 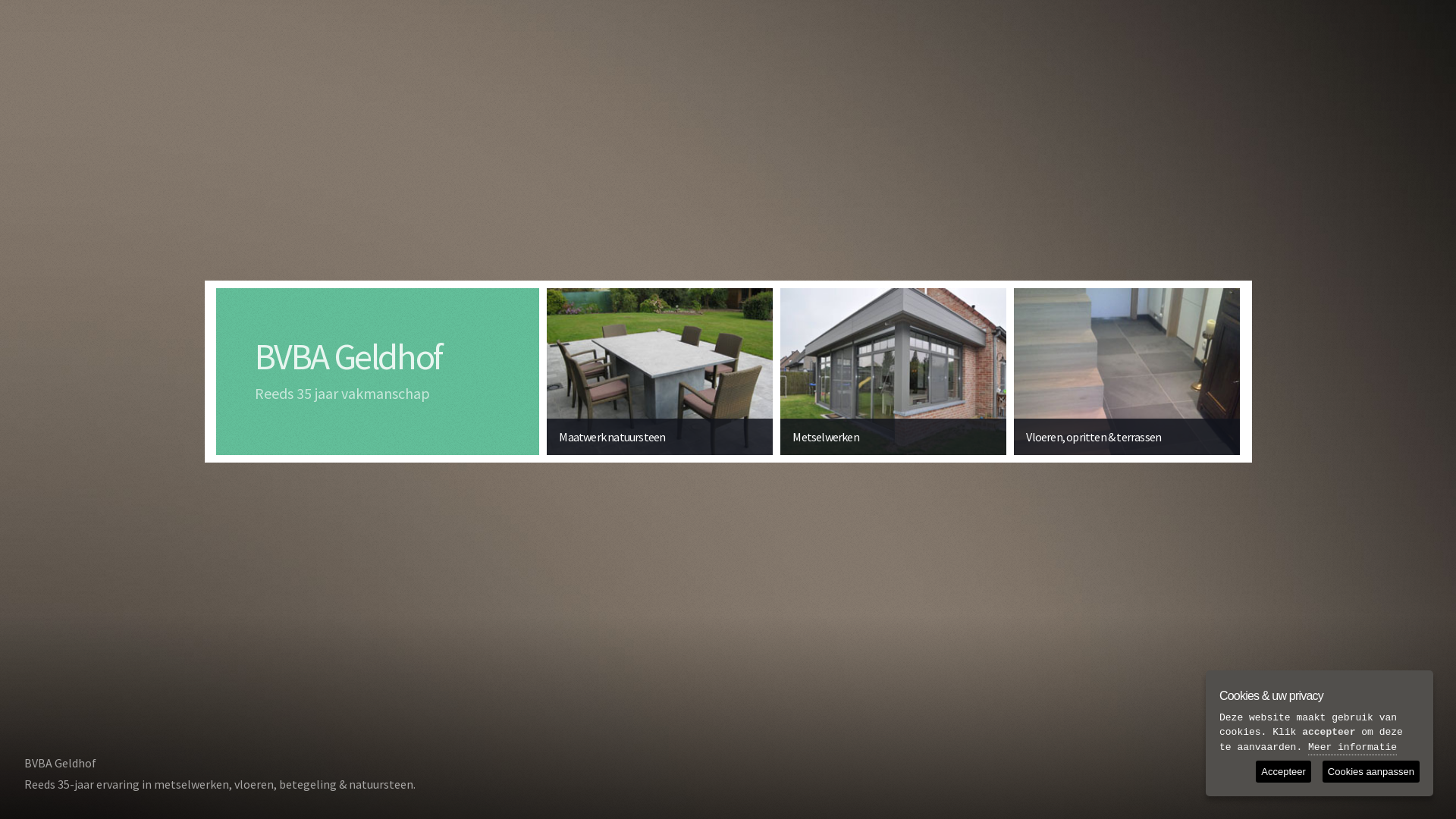 What do you see at coordinates (1282, 771) in the screenshot?
I see `'Accepteer'` at bounding box center [1282, 771].